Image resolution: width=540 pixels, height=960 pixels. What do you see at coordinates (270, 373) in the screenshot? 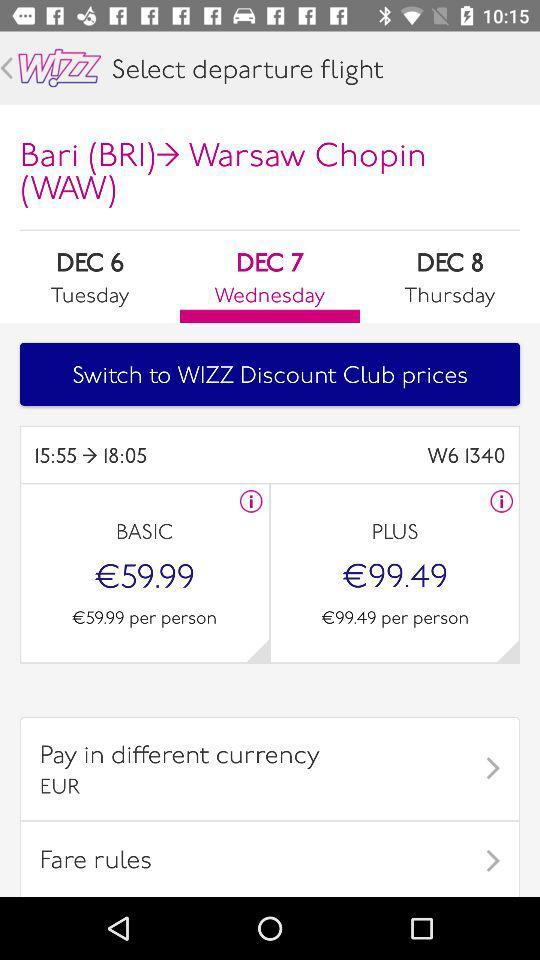
I see `switch to wizz icon` at bounding box center [270, 373].